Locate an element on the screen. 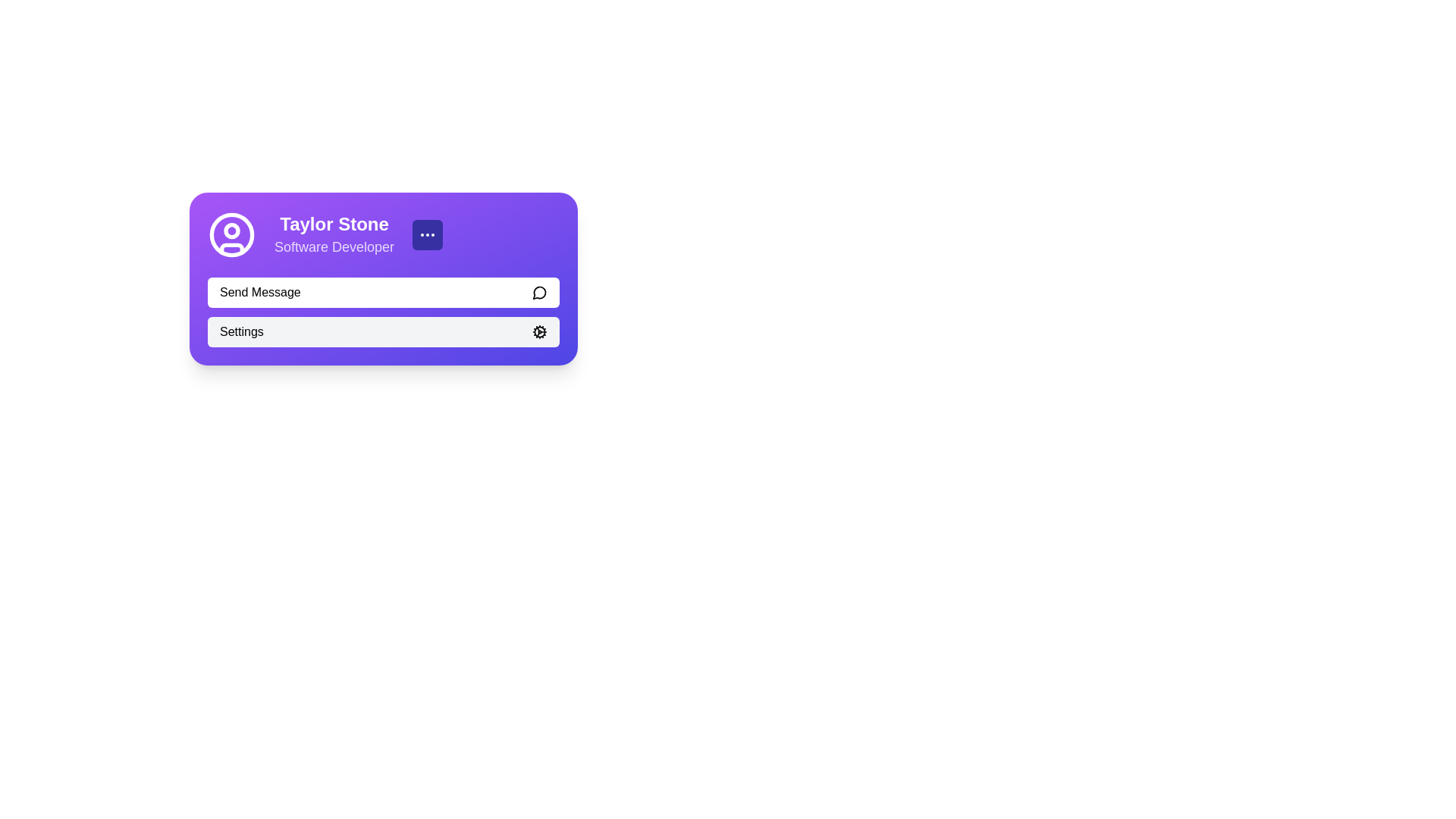 The image size is (1456, 819). the Text Label indicating the role 'Software Developer' located directly below the name 'Taylor Stone' is located at coordinates (334, 246).